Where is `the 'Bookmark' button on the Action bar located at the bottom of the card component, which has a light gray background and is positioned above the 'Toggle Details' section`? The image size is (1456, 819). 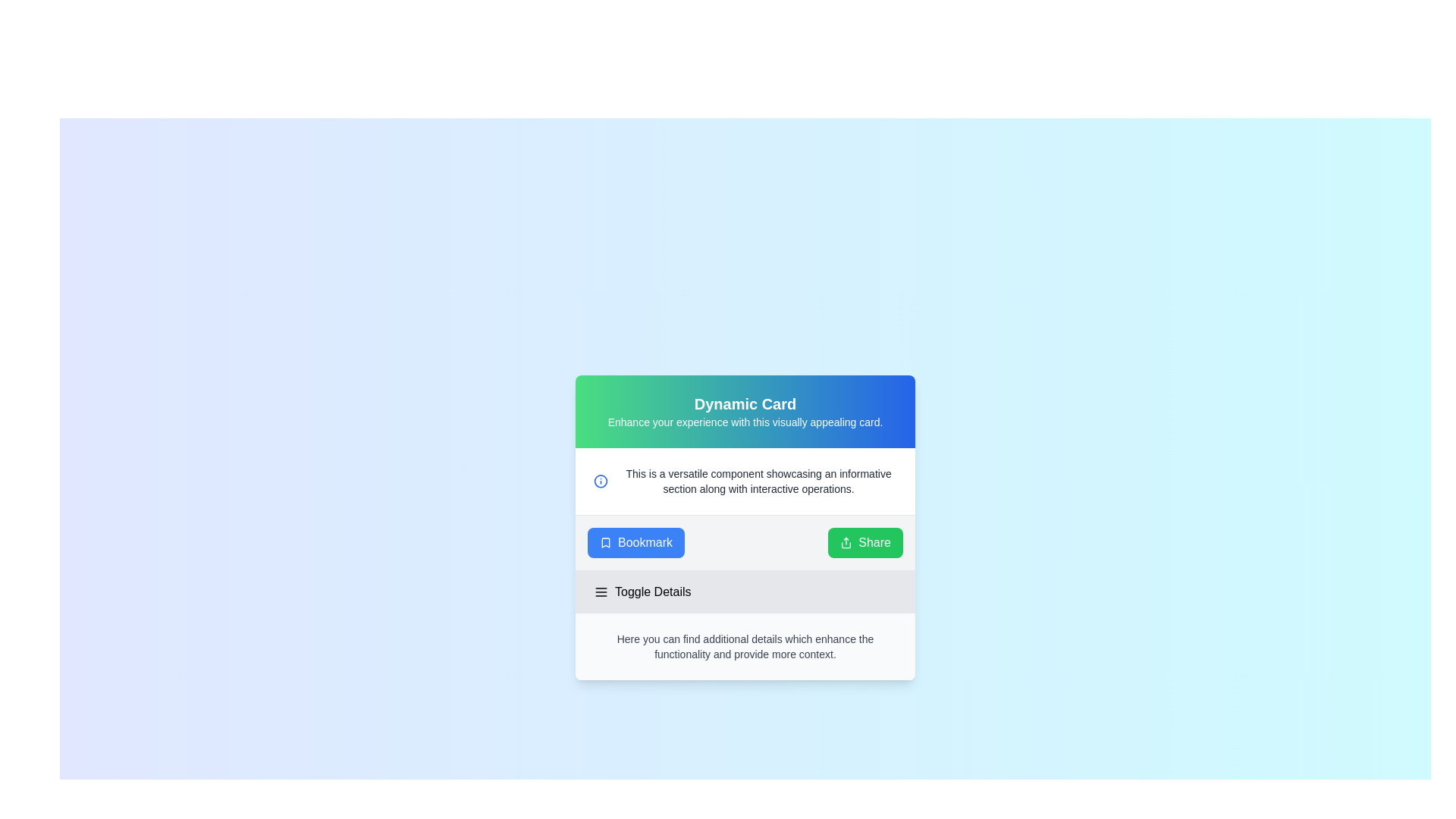 the 'Bookmark' button on the Action bar located at the bottom of the card component, which has a light gray background and is positioned above the 'Toggle Details' section is located at coordinates (745, 541).